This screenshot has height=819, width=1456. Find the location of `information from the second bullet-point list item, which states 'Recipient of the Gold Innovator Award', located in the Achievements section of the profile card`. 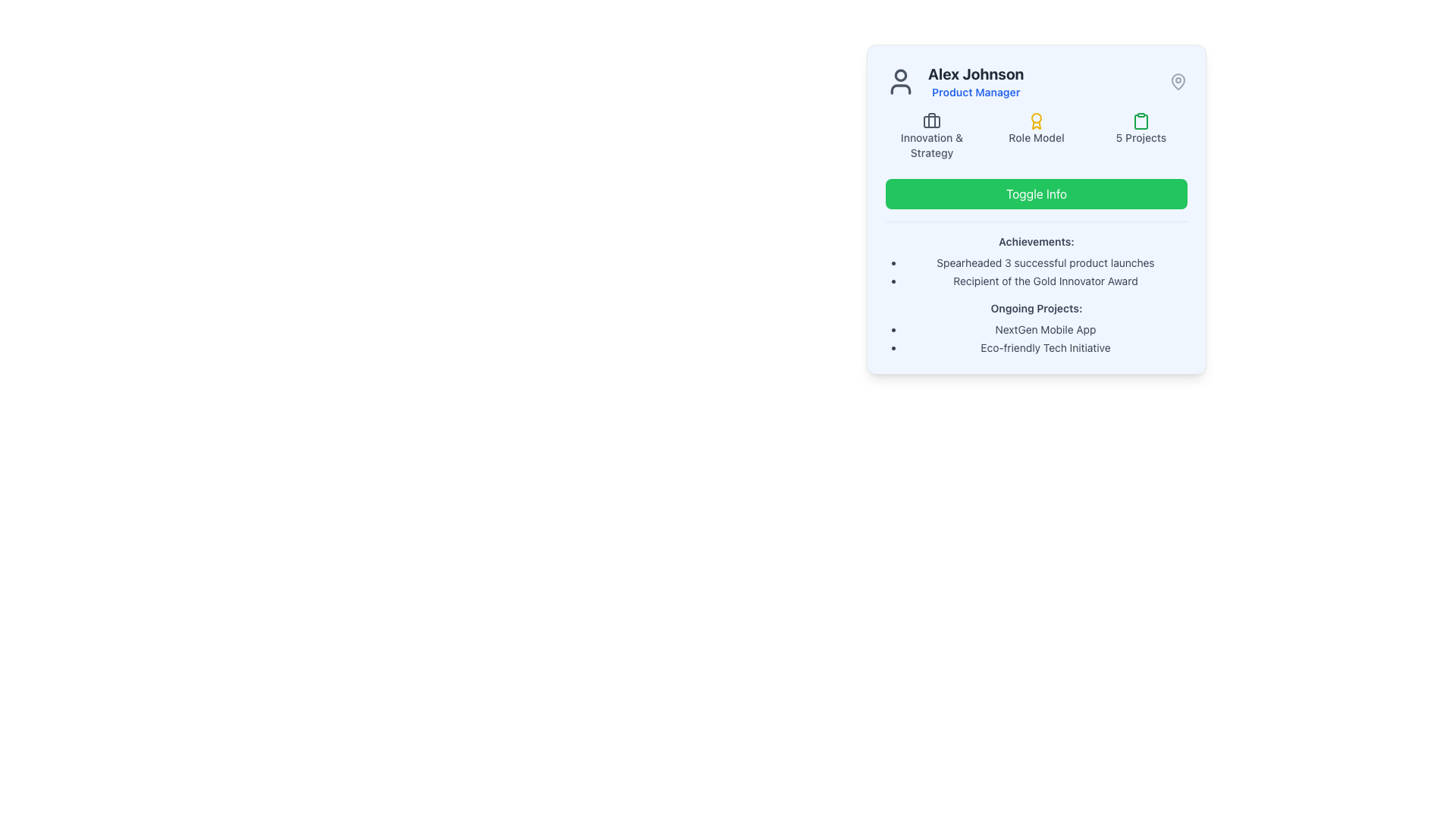

information from the second bullet-point list item, which states 'Recipient of the Gold Innovator Award', located in the Achievements section of the profile card is located at coordinates (1036, 271).